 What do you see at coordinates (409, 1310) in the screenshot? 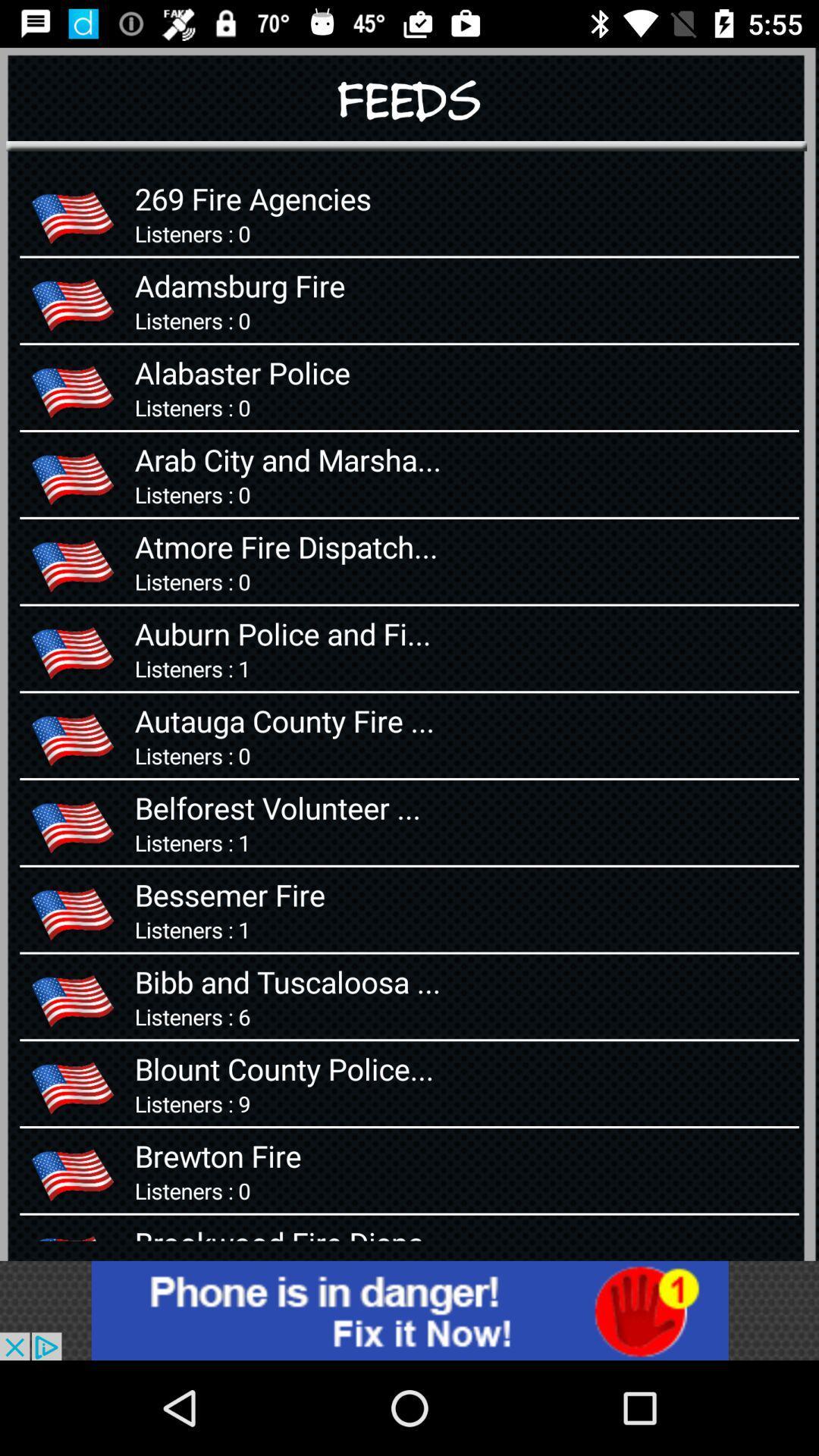
I see `adversitment` at bounding box center [409, 1310].